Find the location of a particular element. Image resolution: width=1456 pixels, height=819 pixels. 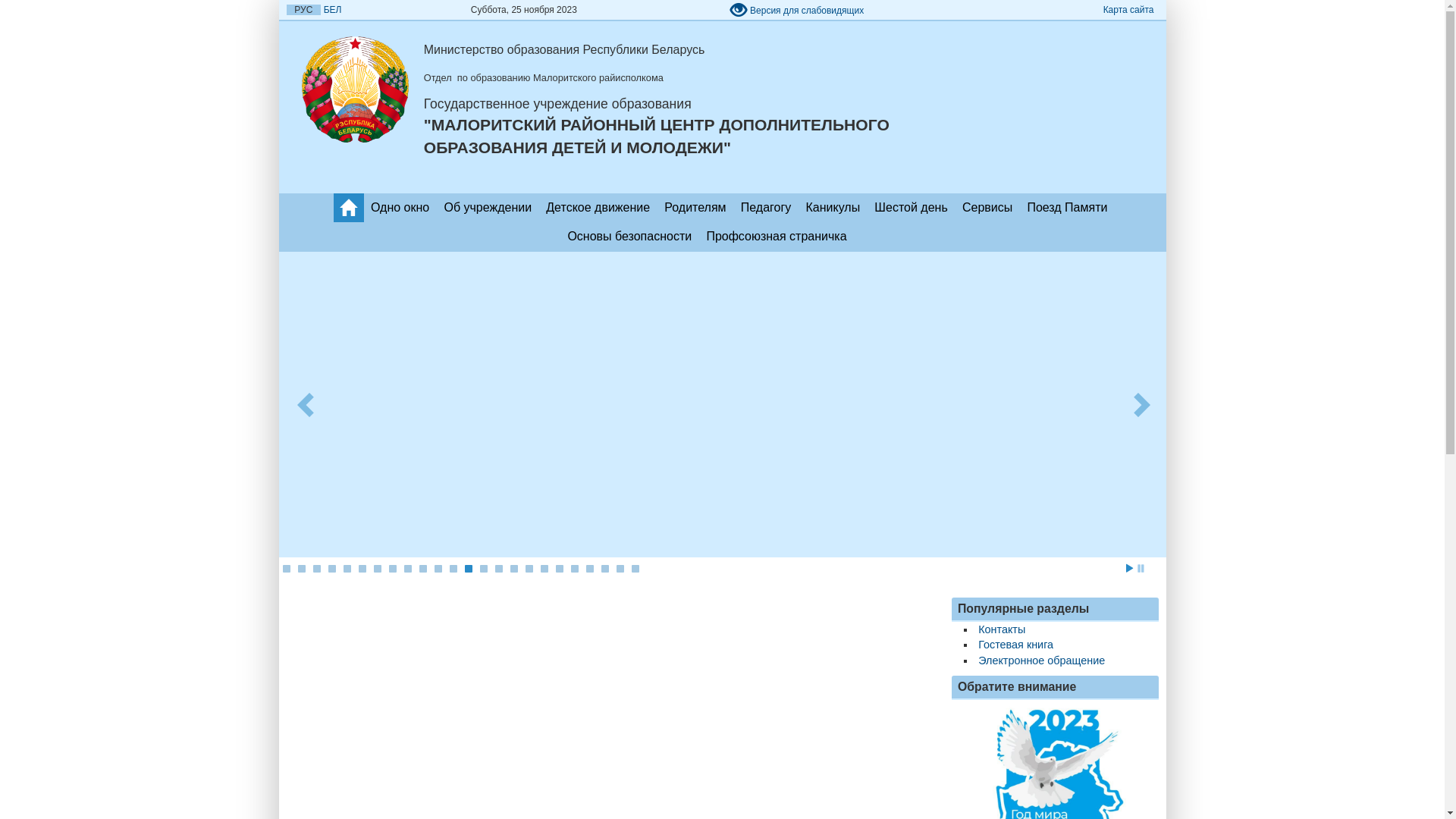

'18' is located at coordinates (543, 568).